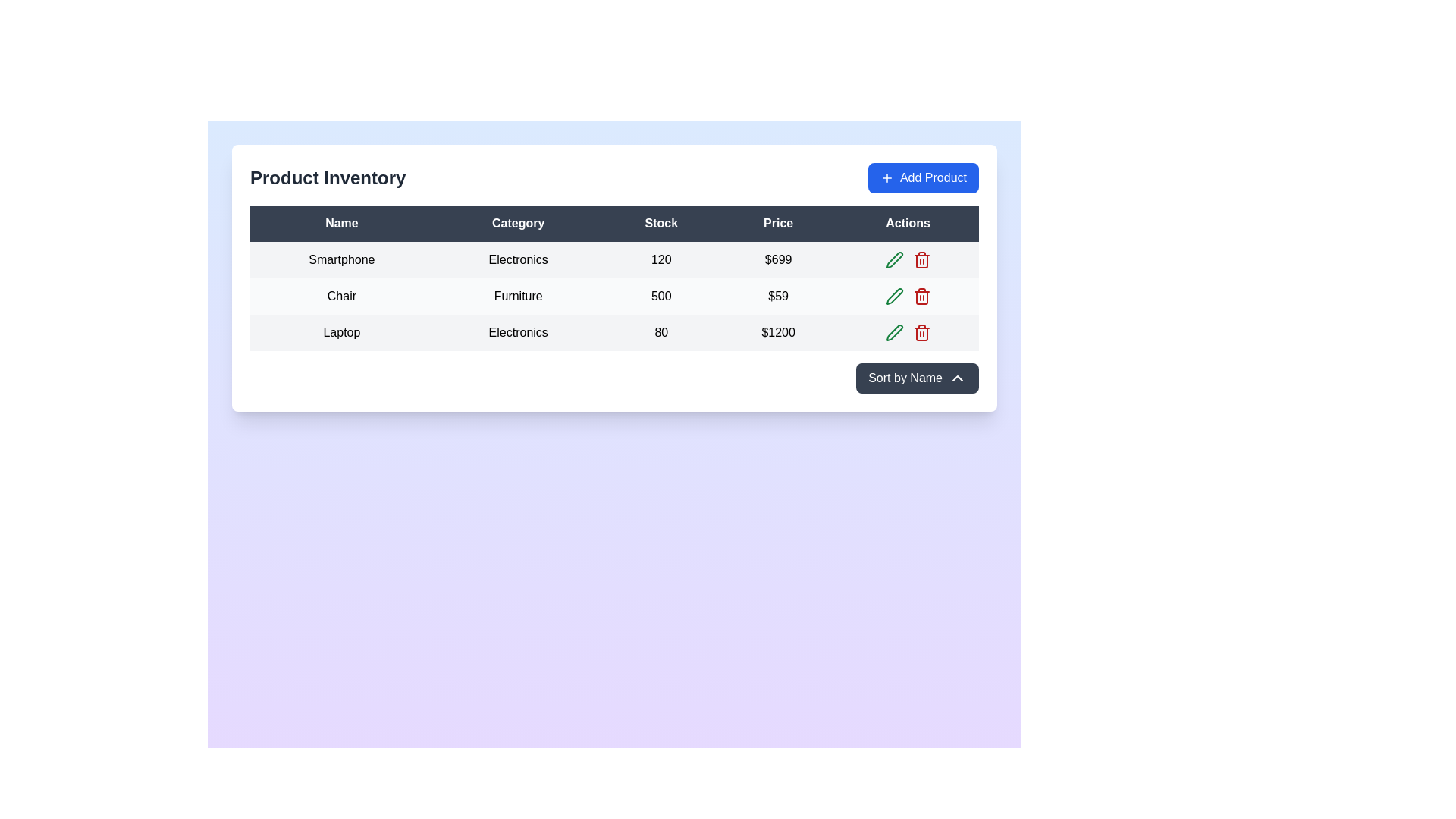 This screenshot has width=1456, height=819. I want to click on the text label displaying 'Product Inventory', which is a prominent heading in dark gray color and positioned above the inventory items table, so click(327, 177).